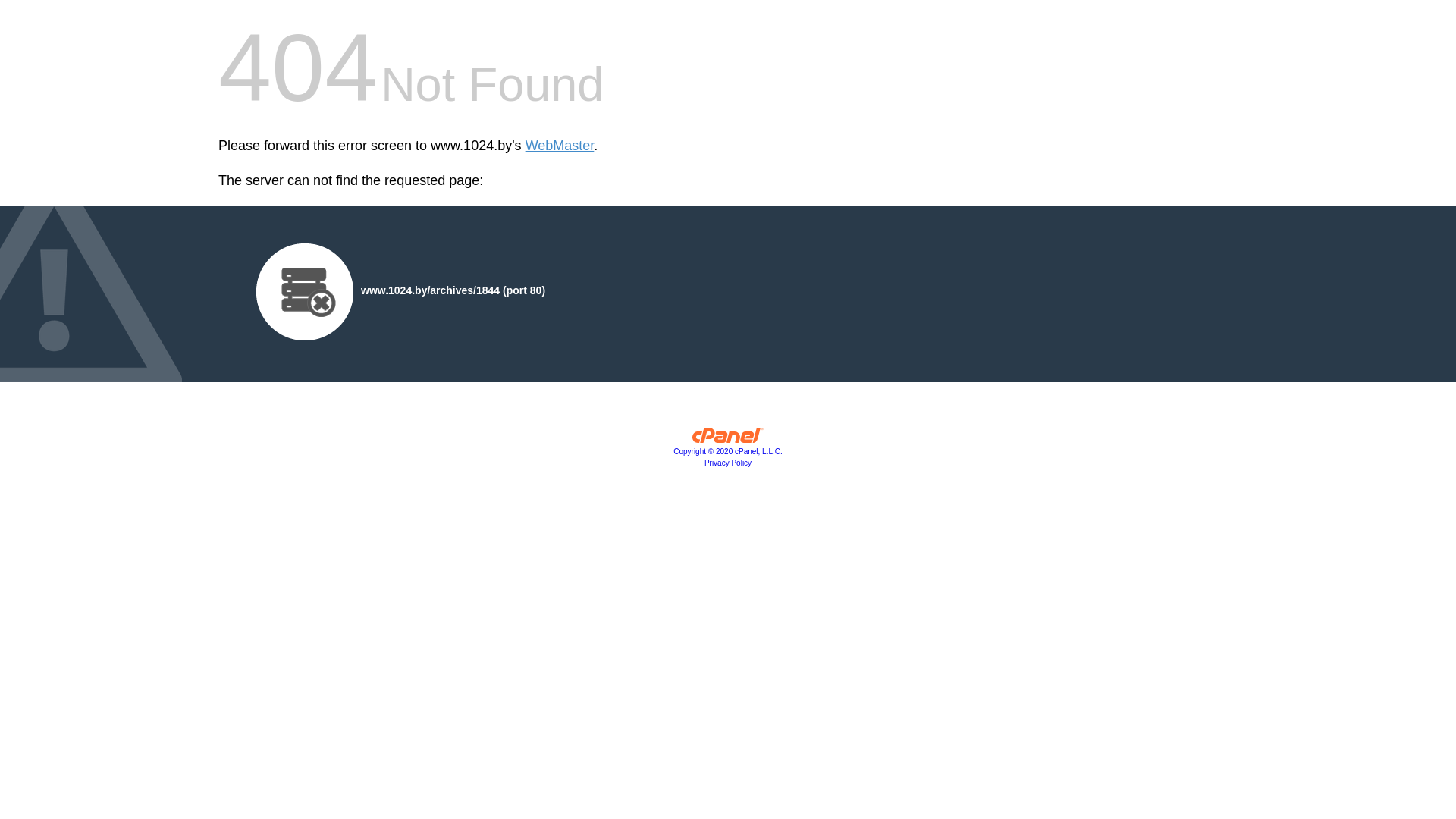  Describe the element at coordinates (559, 146) in the screenshot. I see `'WebMaster'` at that location.